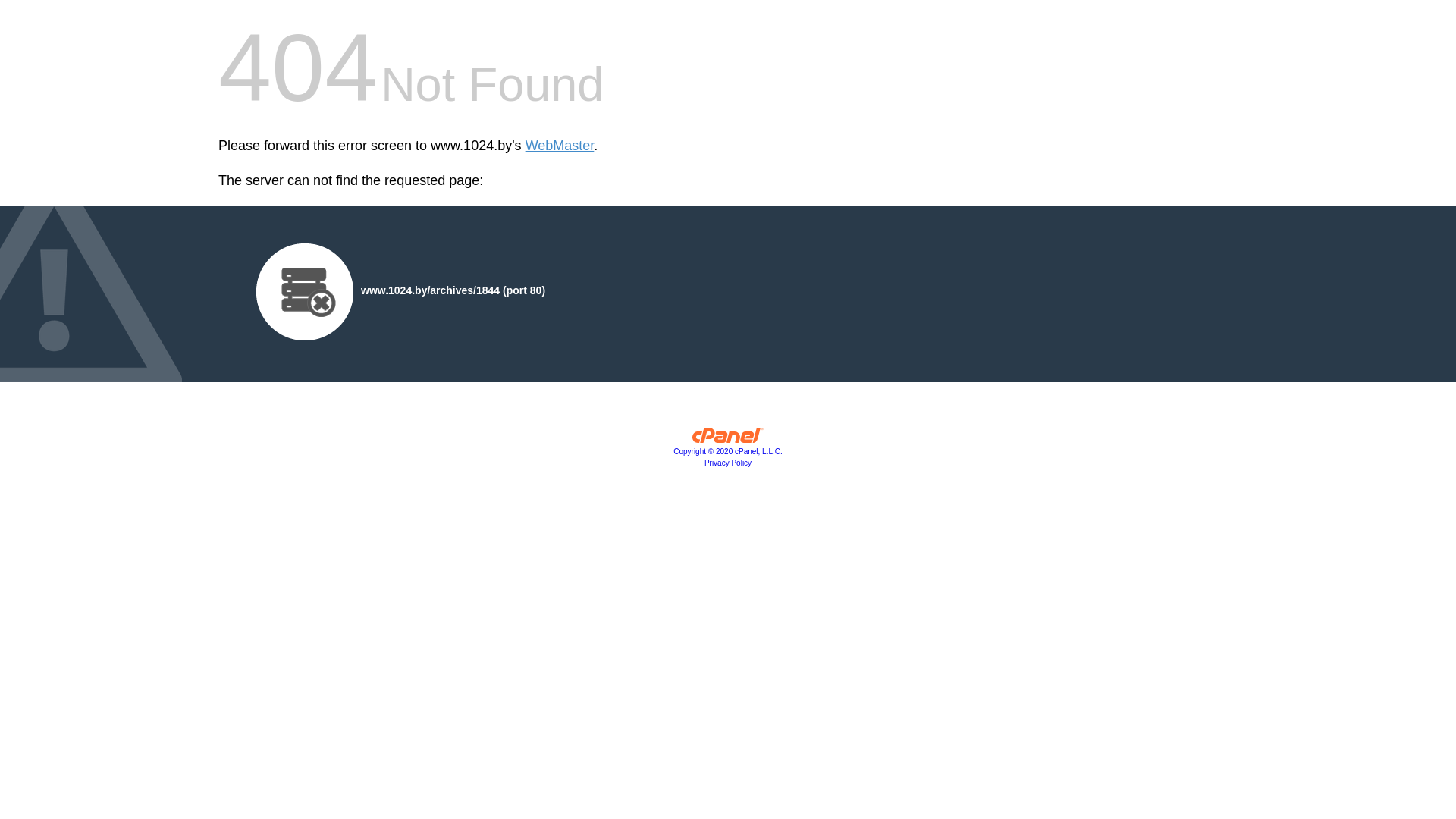  Describe the element at coordinates (559, 146) in the screenshot. I see `'WebMaster'` at that location.